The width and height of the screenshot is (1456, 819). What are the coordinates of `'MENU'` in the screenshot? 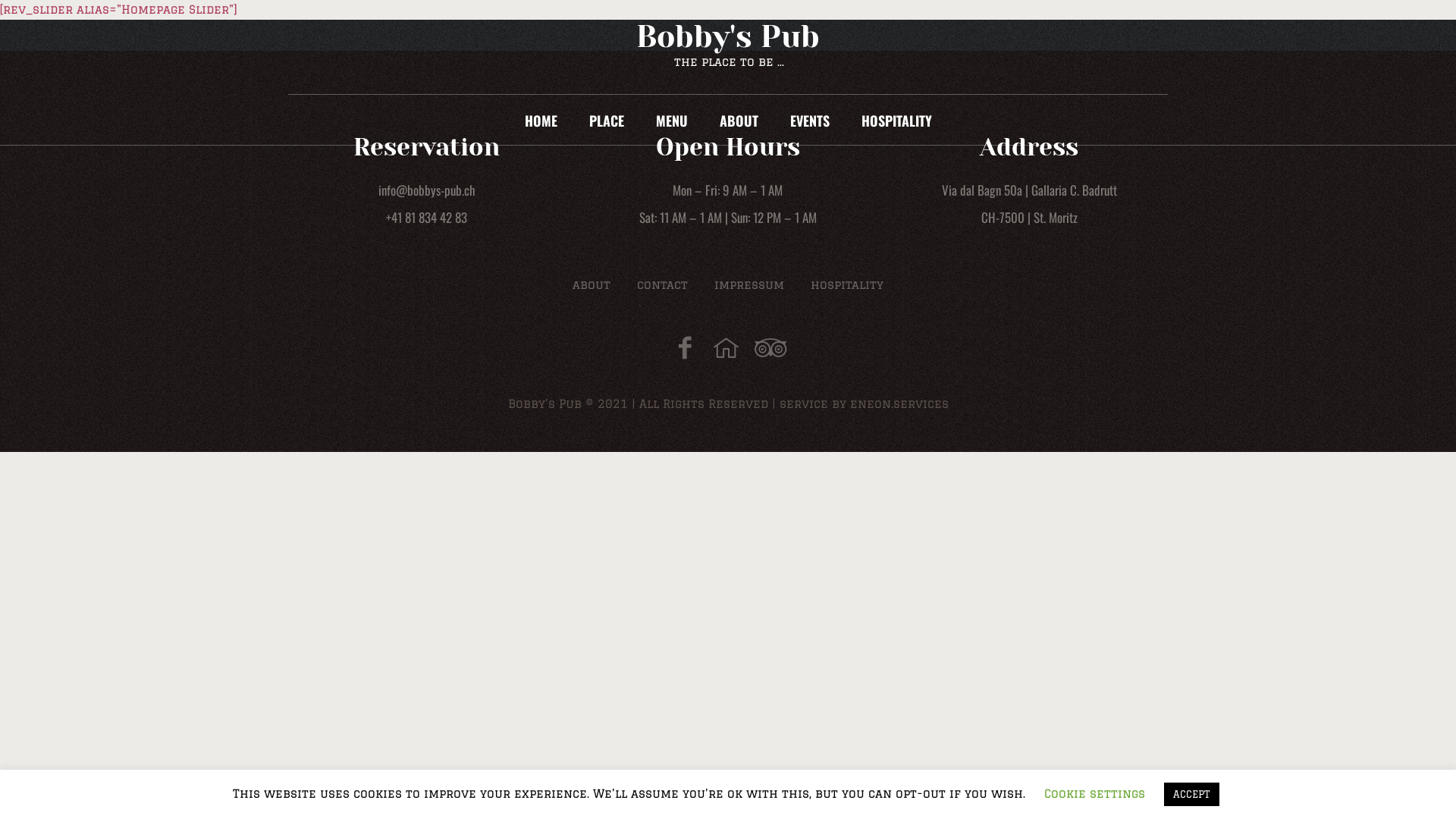 It's located at (640, 119).